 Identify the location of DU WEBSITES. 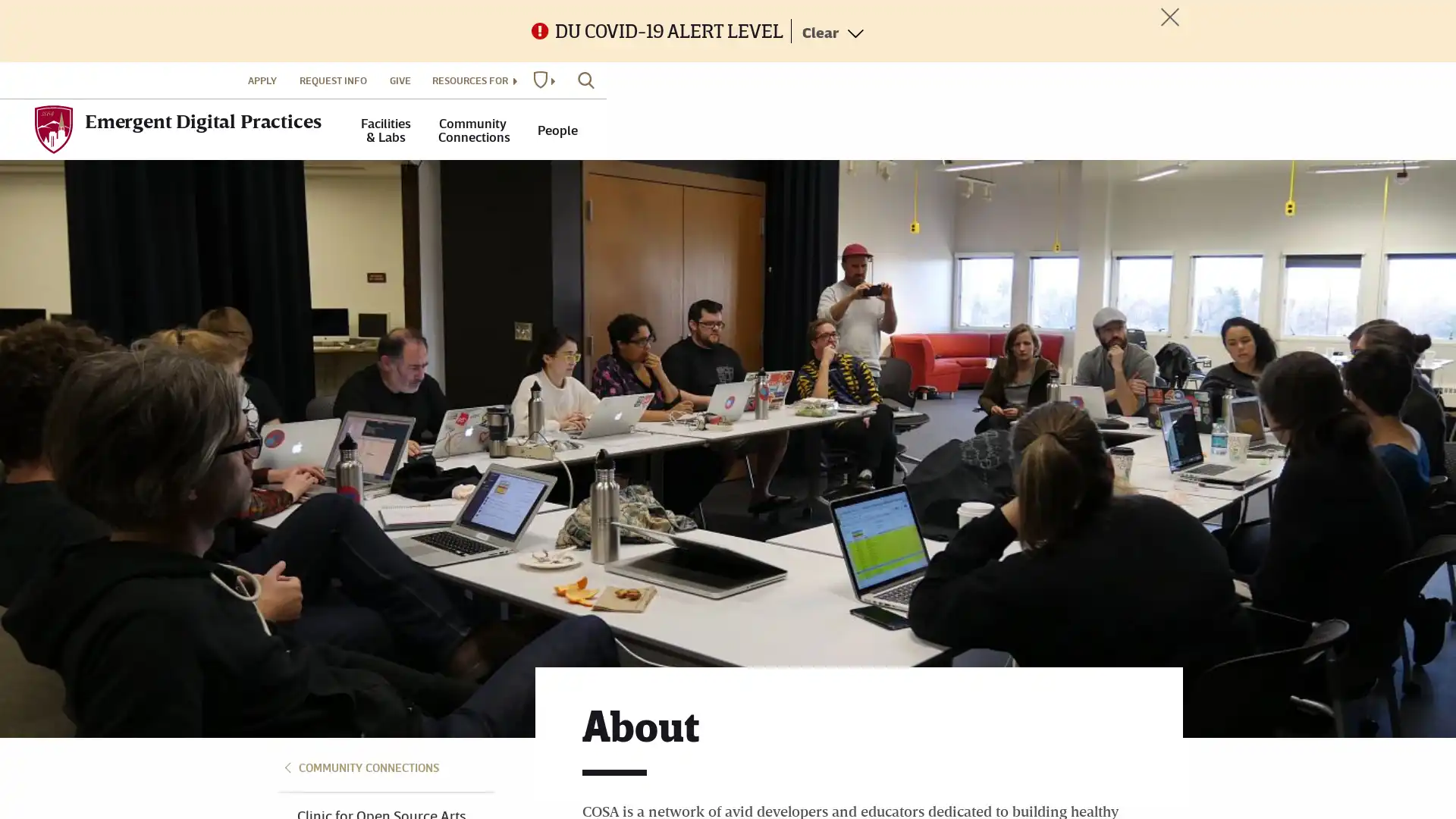
(1120, 80).